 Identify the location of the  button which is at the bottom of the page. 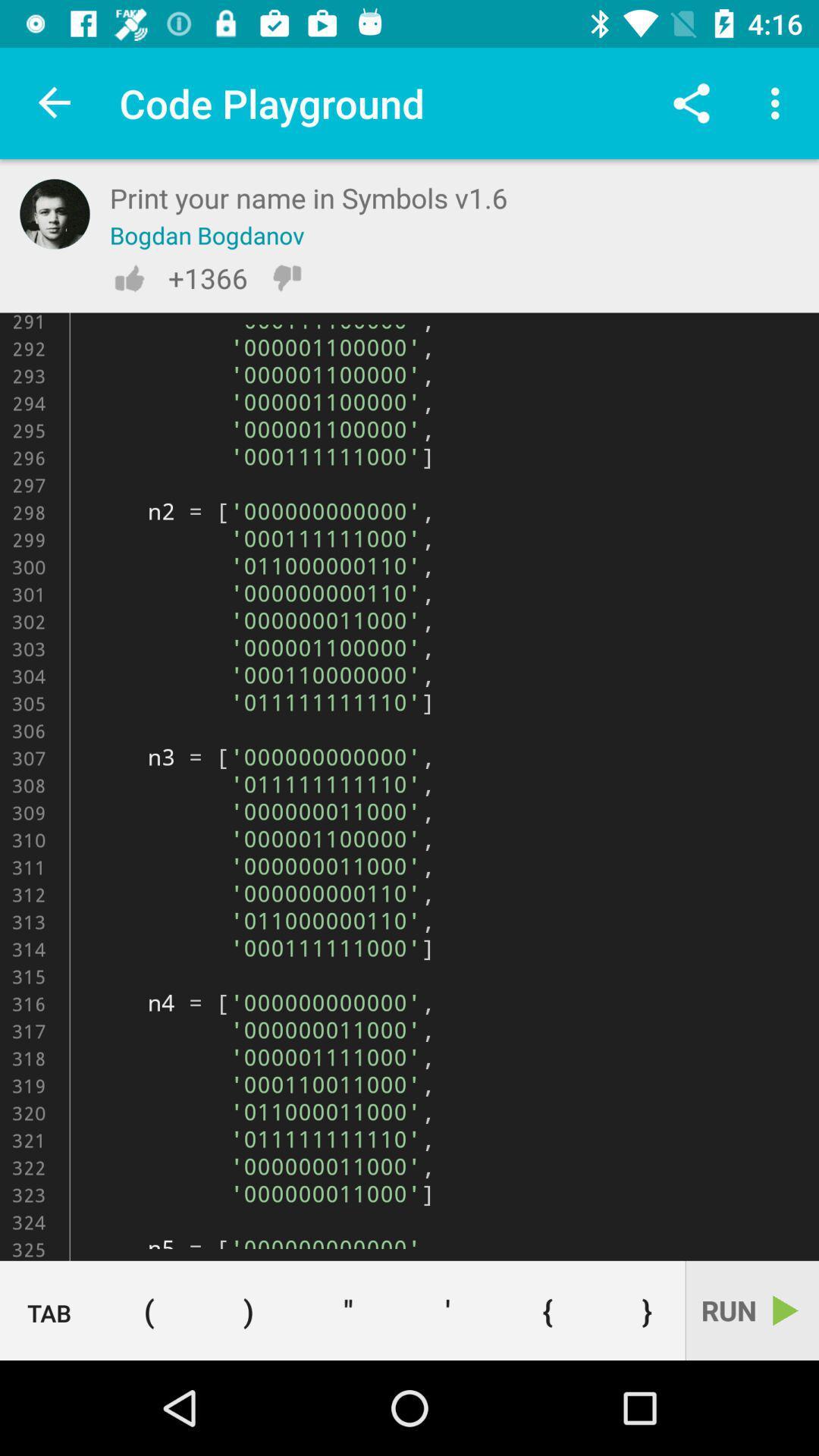
(348, 1310).